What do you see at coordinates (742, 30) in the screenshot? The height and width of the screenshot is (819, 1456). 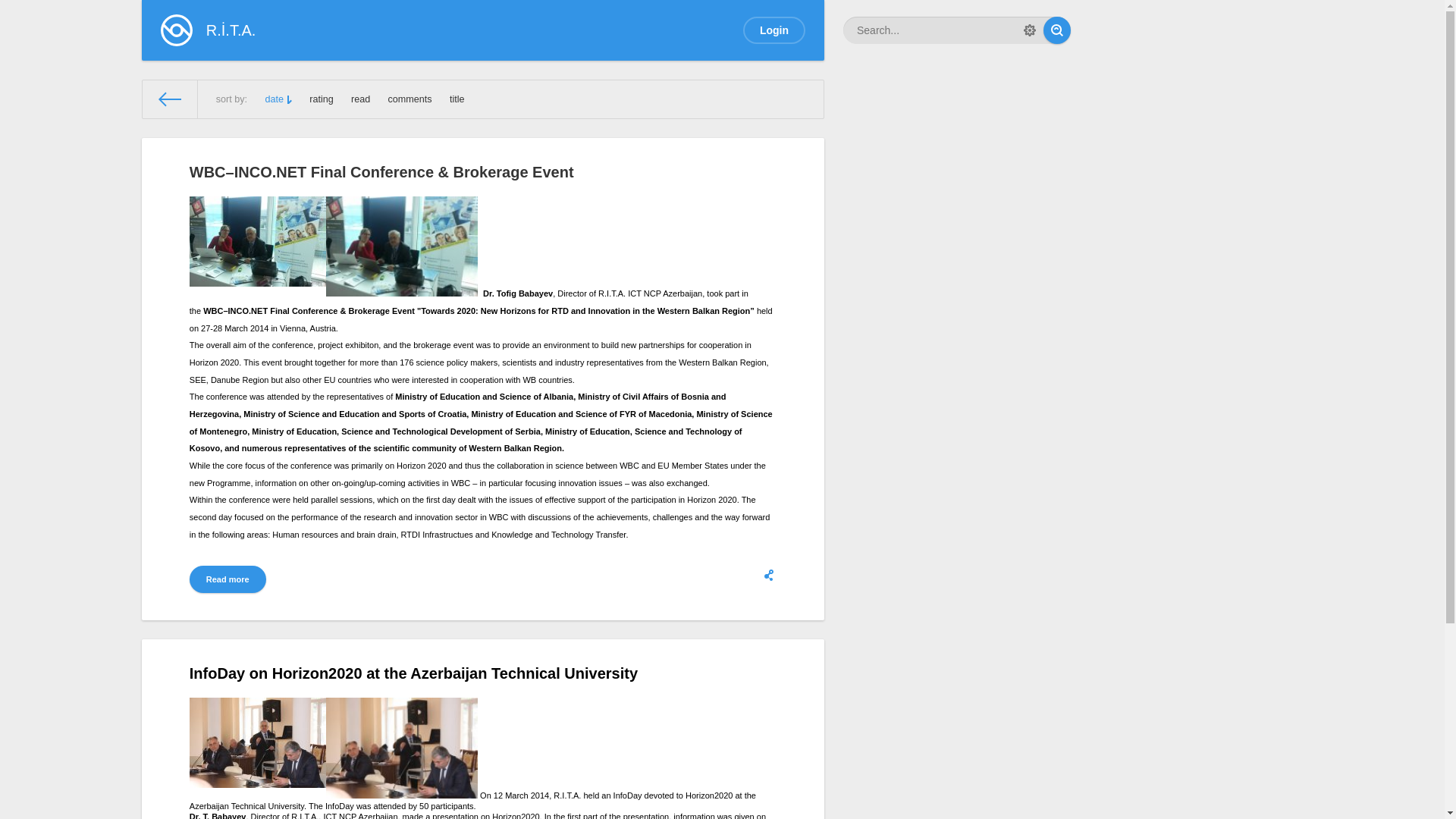 I see `'Login'` at bounding box center [742, 30].